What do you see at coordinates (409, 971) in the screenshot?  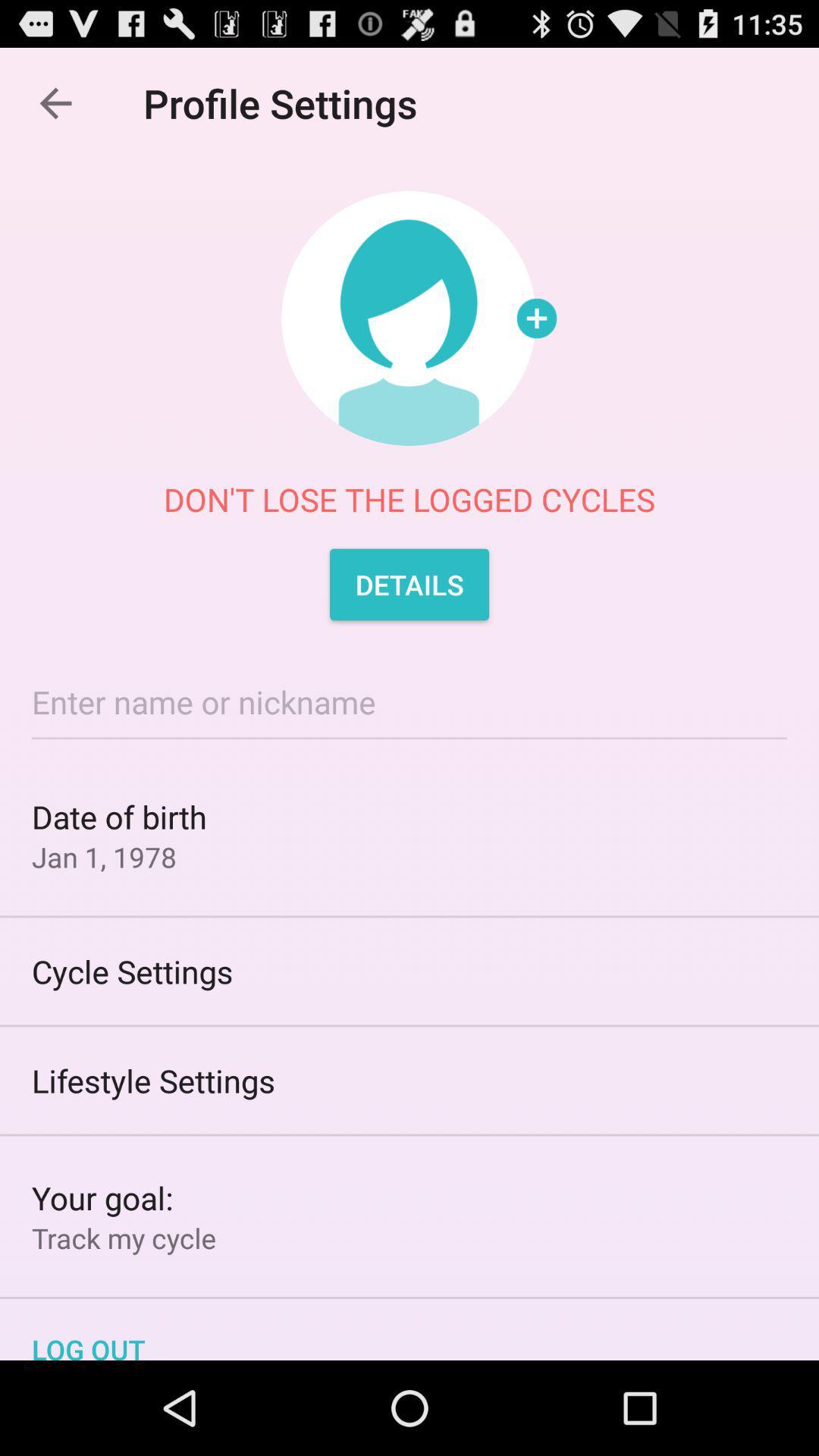 I see `the cycle settings item` at bounding box center [409, 971].